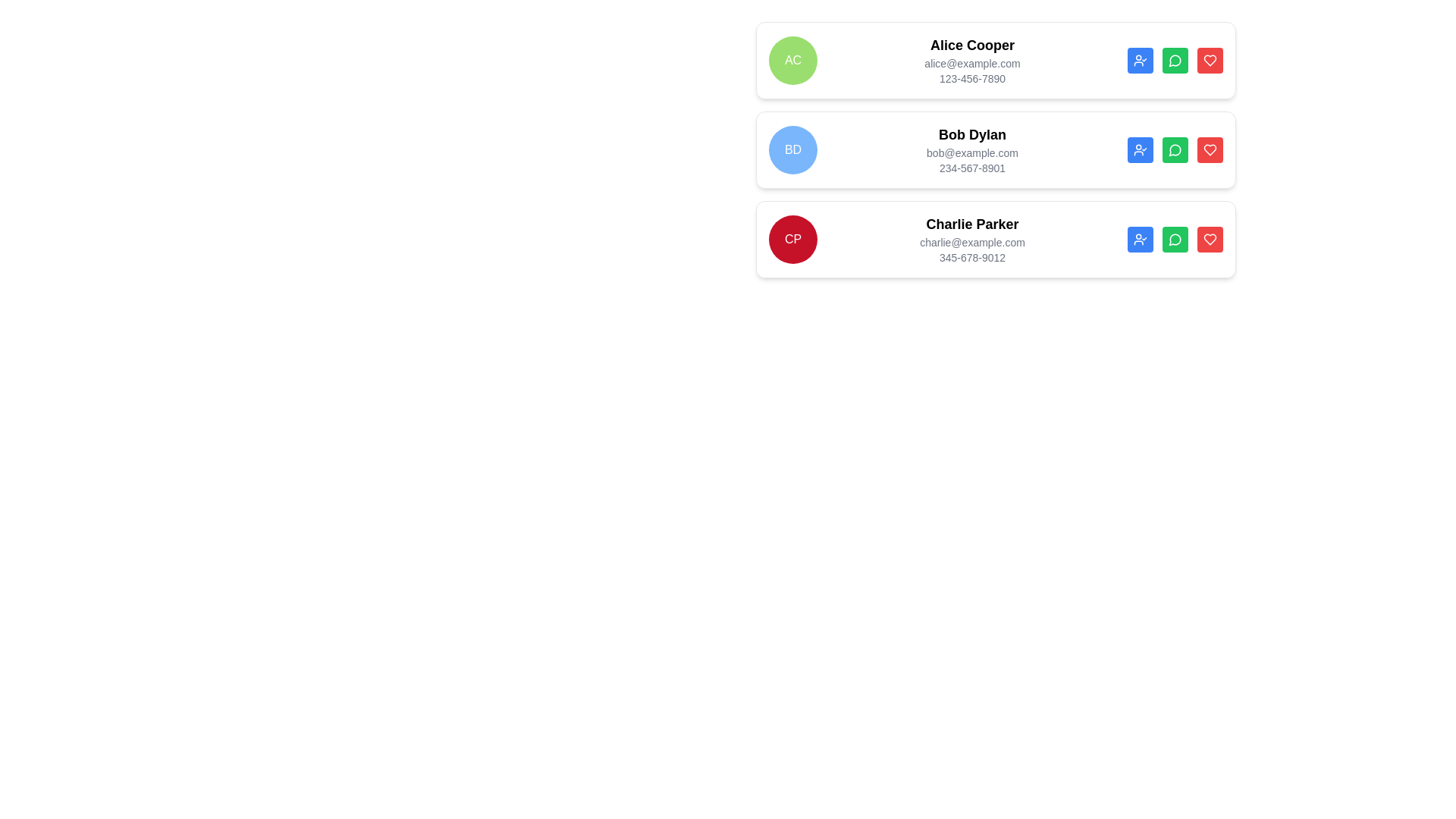  What do you see at coordinates (972, 133) in the screenshot?
I see `the Text label or heading that displays a person's name, which is positioned at the top of a segmented card above the email address 'bob@example.com' and the phone number '234-567-8901'` at bounding box center [972, 133].